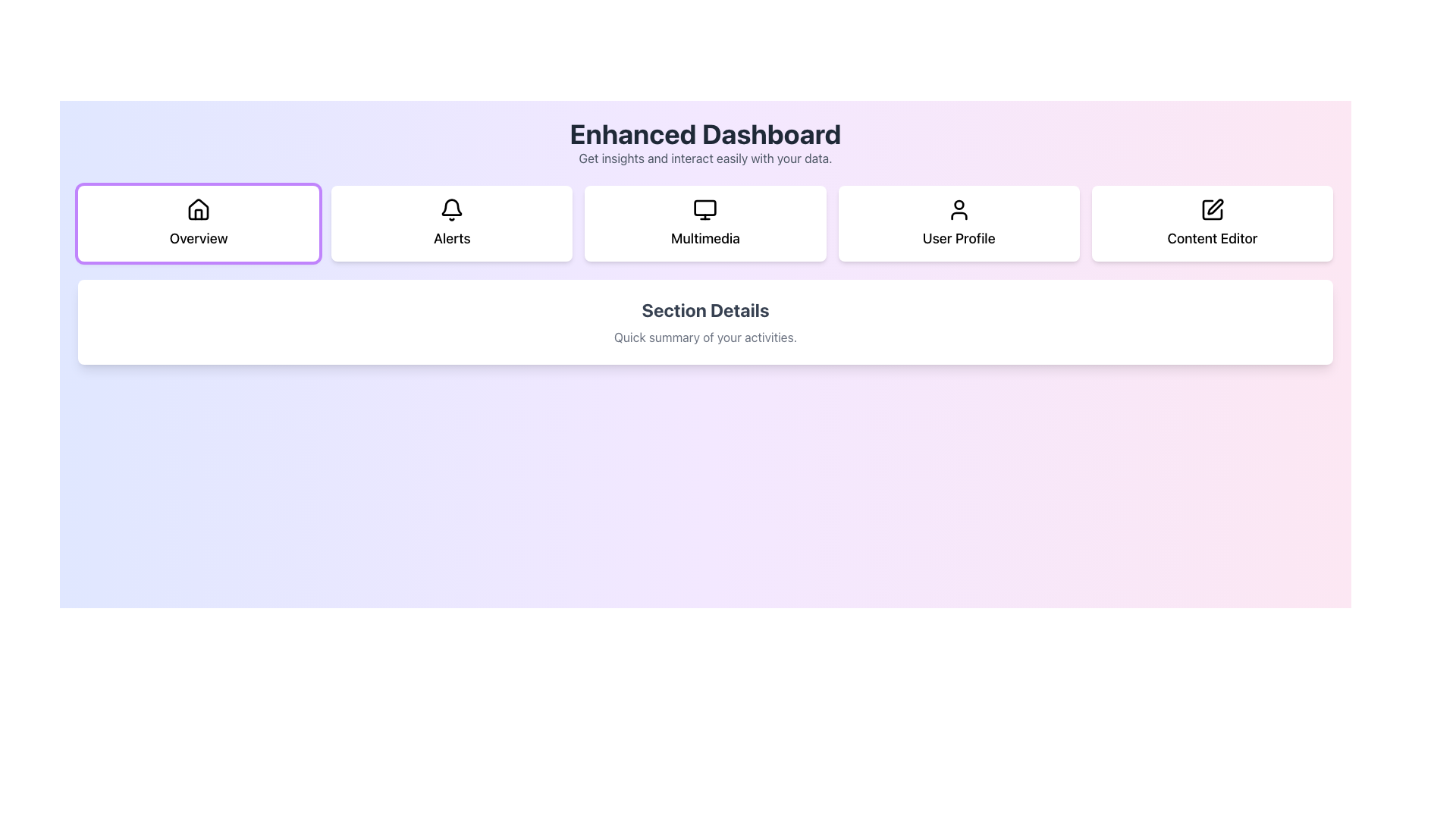  I want to click on the 'Content Editor' button, which is the fifth card in a grid of five cards, featuring a pen icon and bold text beneath it, so click(1211, 223).